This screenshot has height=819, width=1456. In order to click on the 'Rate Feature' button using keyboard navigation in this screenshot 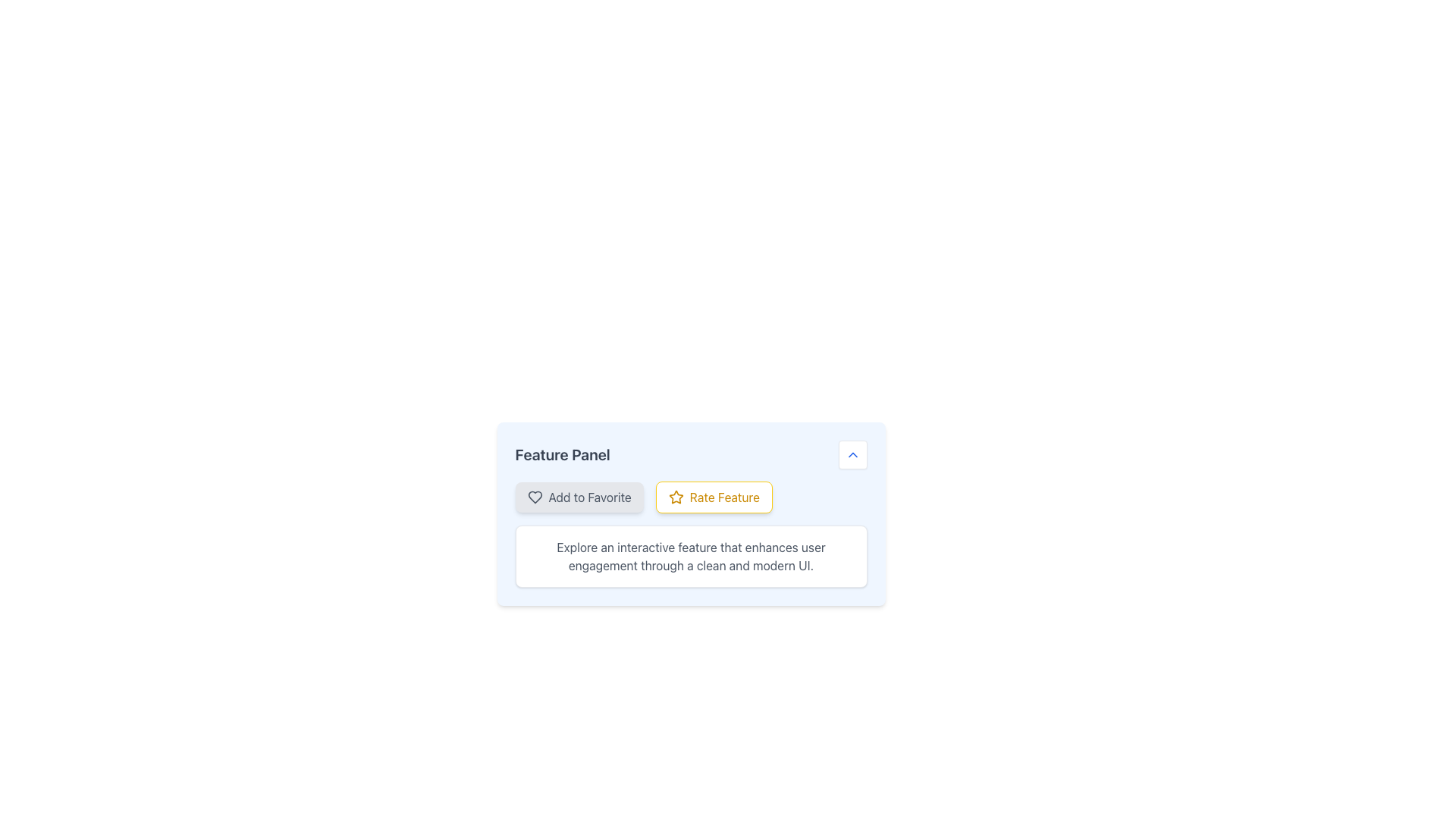, I will do `click(690, 497)`.